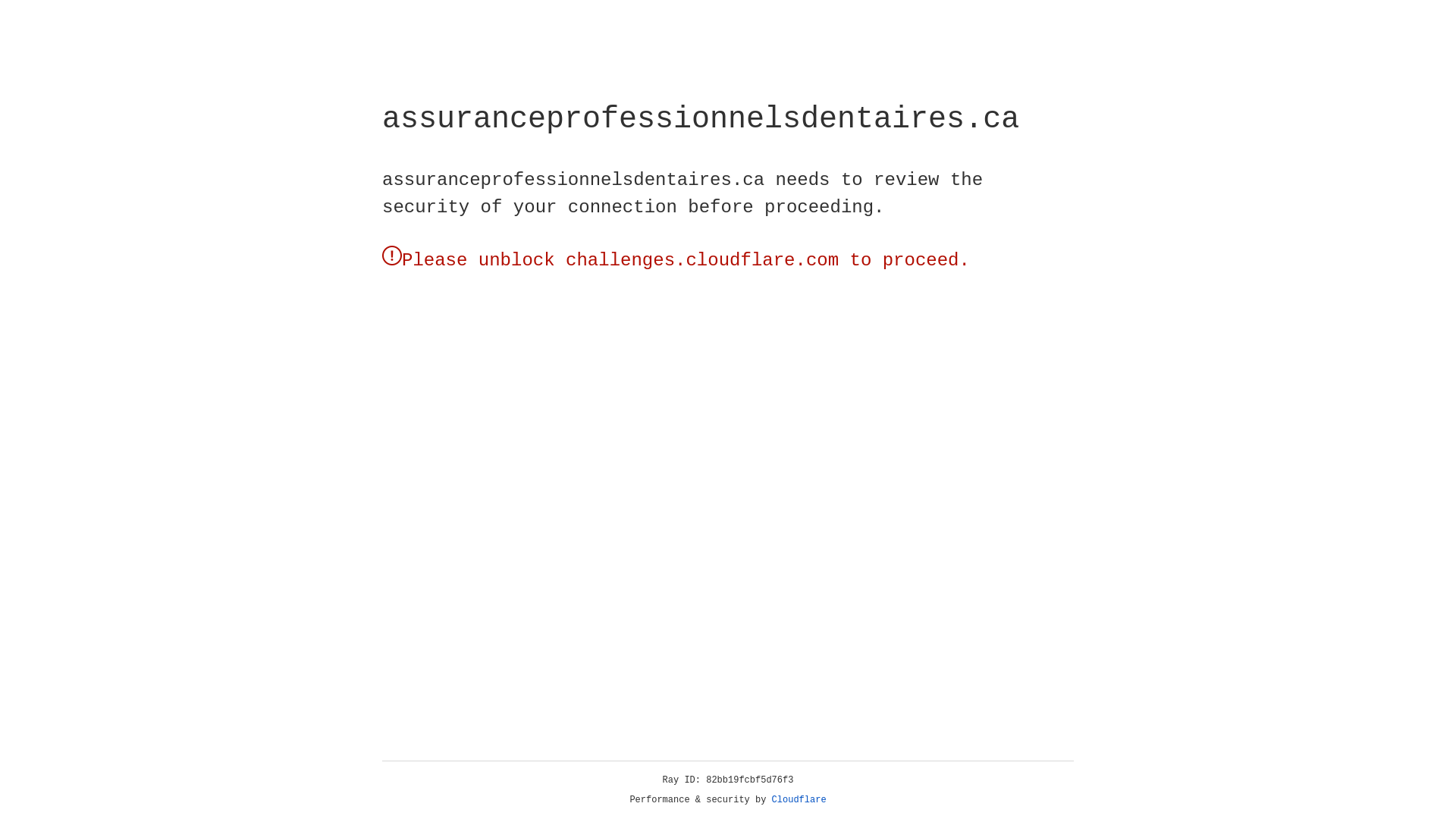 This screenshot has height=819, width=1456. Describe the element at coordinates (799, 799) in the screenshot. I see `'Cloudflare'` at that location.